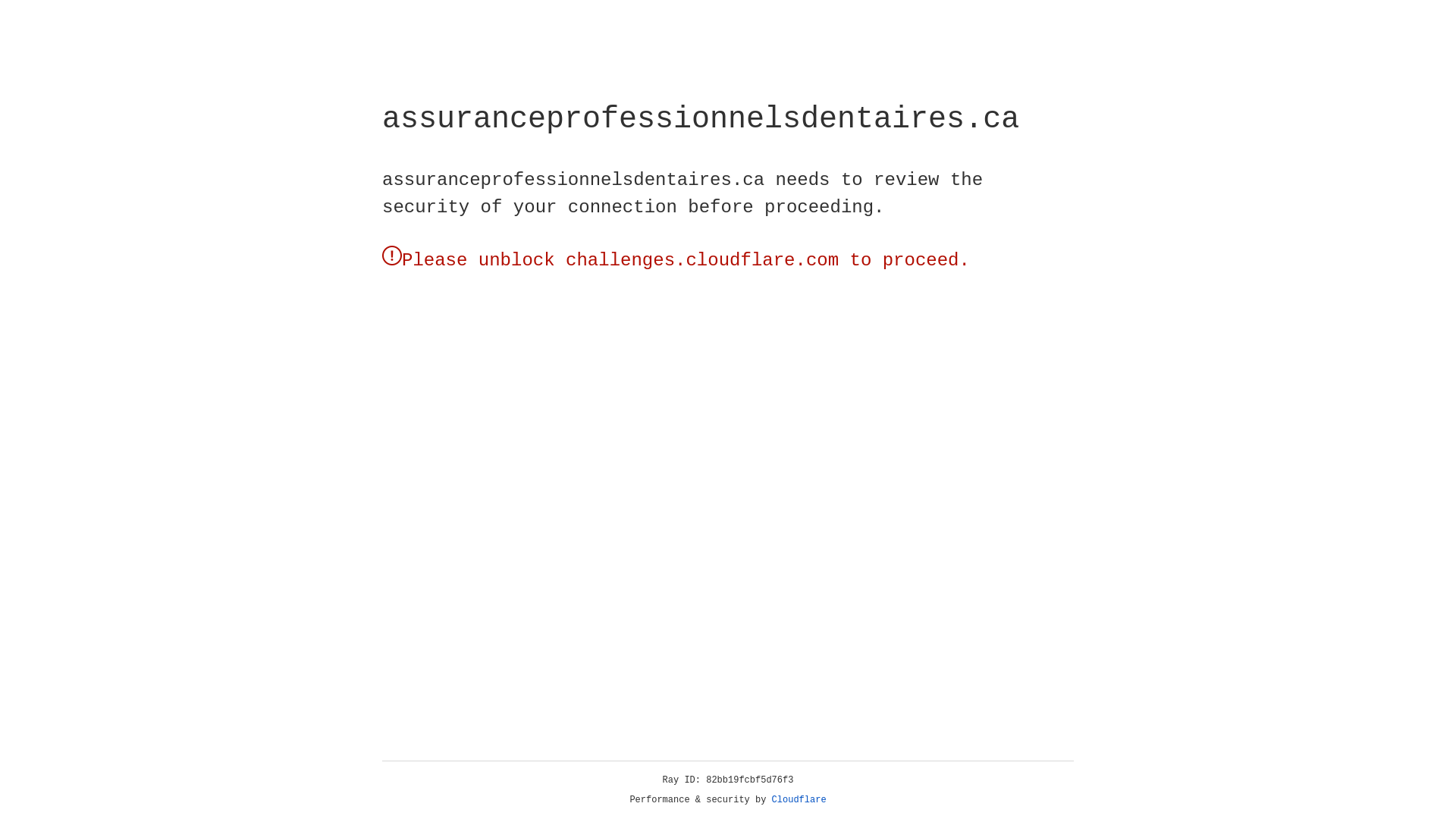 This screenshot has height=819, width=1456. Describe the element at coordinates (799, 799) in the screenshot. I see `'Cloudflare'` at that location.